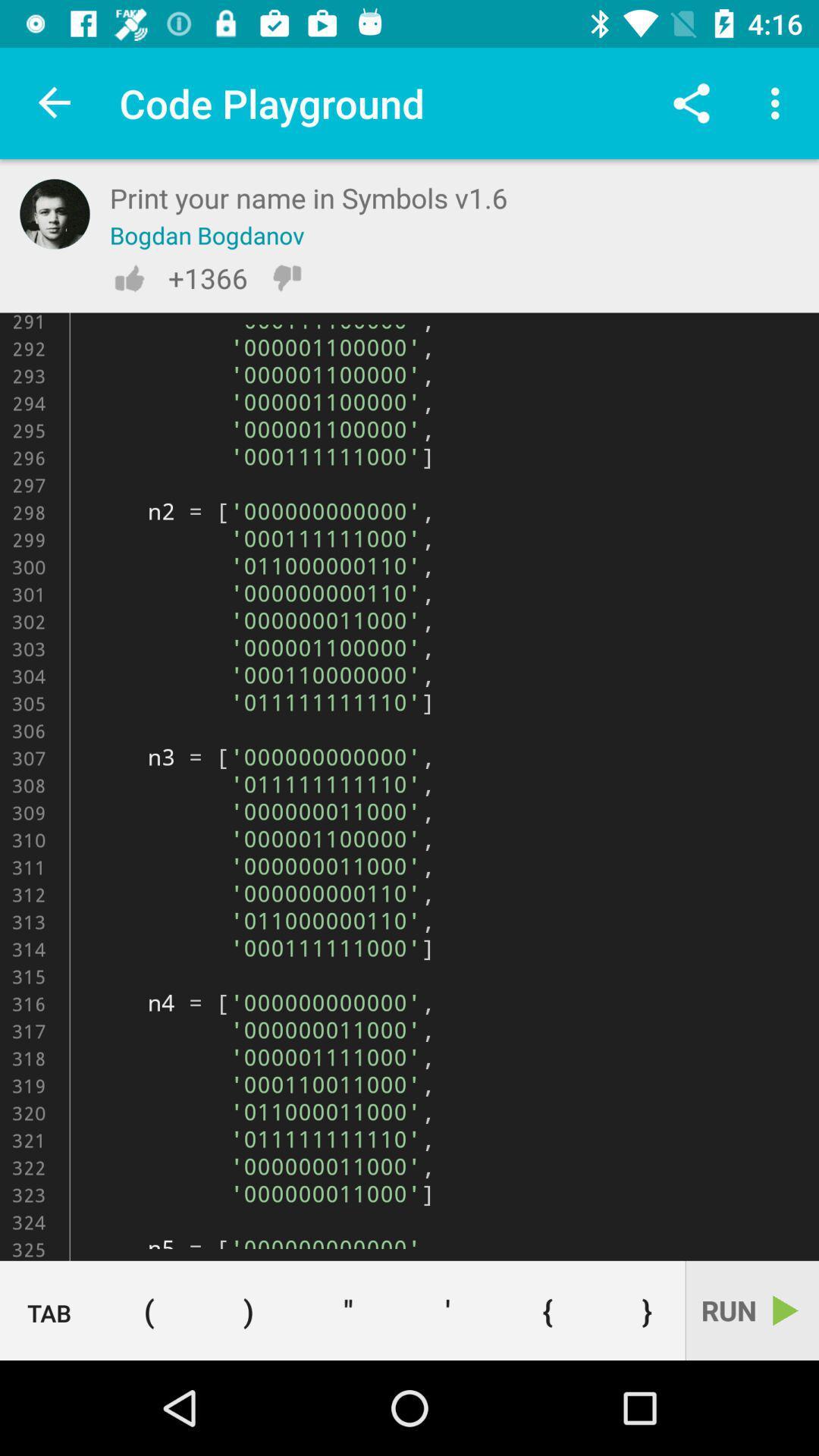 This screenshot has width=819, height=1456. I want to click on the share button on the web page, so click(691, 103).